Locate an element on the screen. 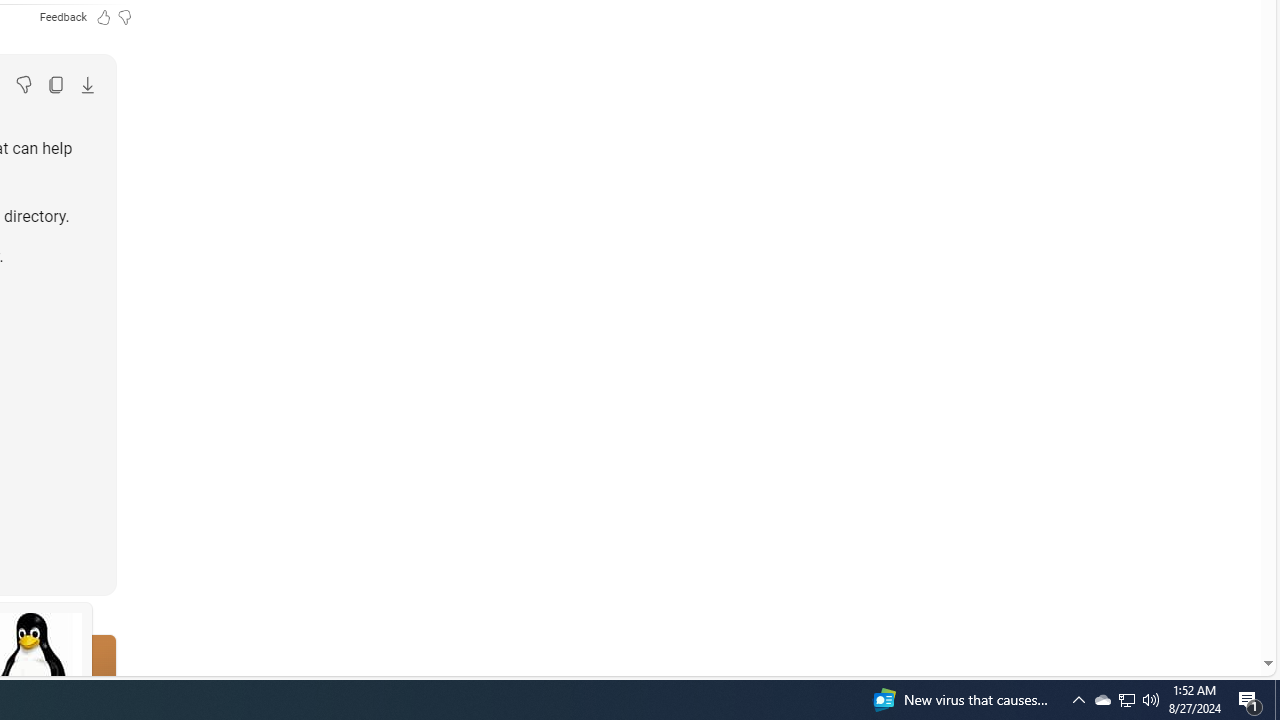 The height and width of the screenshot is (720, 1280). 'Export' is located at coordinates (86, 83).